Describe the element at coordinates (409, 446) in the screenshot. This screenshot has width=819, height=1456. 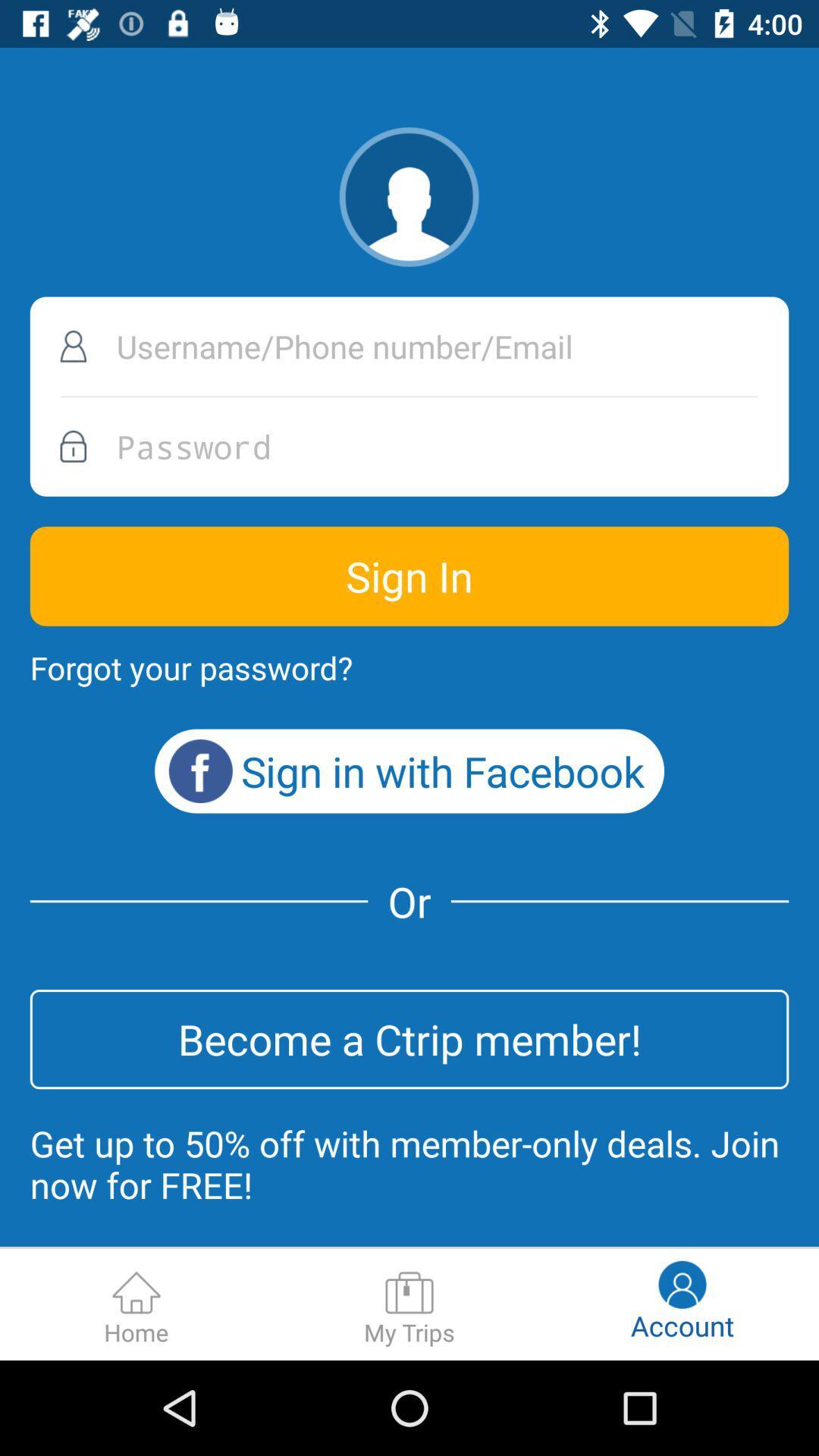
I see `password` at that location.